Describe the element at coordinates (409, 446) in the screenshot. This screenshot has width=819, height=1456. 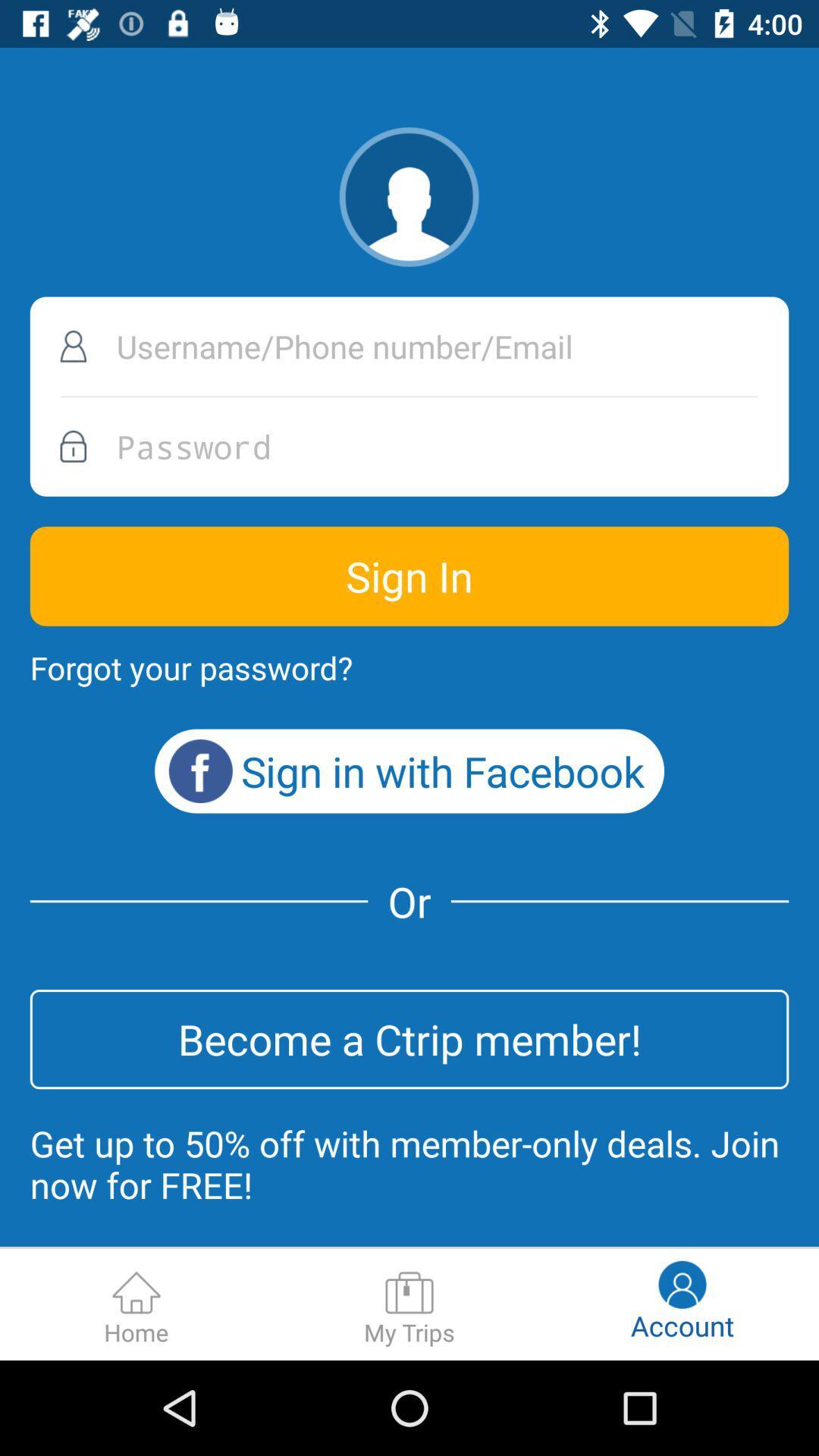
I see `password` at that location.